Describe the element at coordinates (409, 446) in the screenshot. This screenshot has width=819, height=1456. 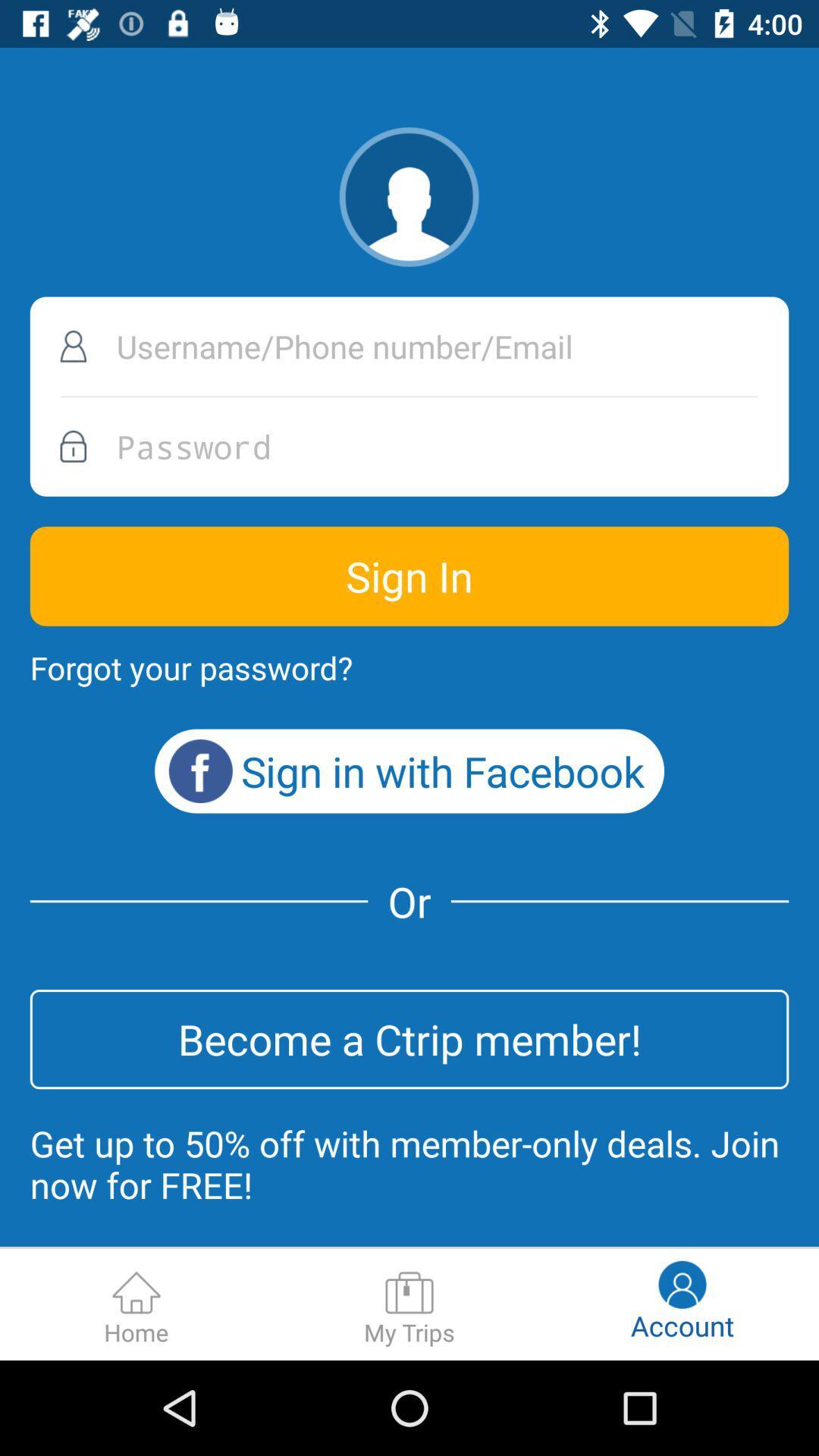
I see `password` at that location.